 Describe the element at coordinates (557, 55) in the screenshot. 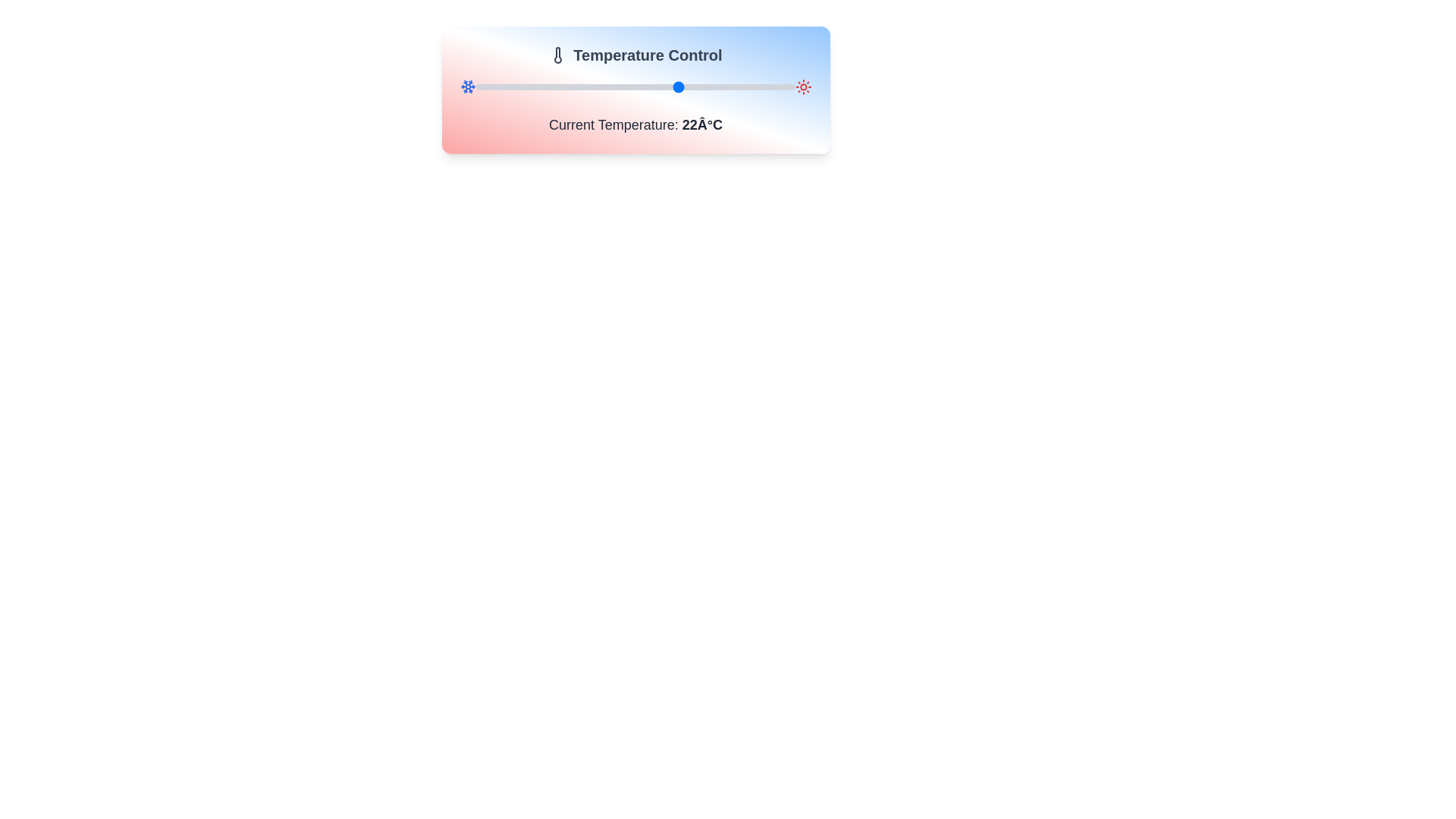

I see `the thermometer icon, which is a minimalistic SVG graphic styled as an outline with a rounded top and bulb at the bottom, located to the left of the 'Temperature Control' text in the header bar` at that location.